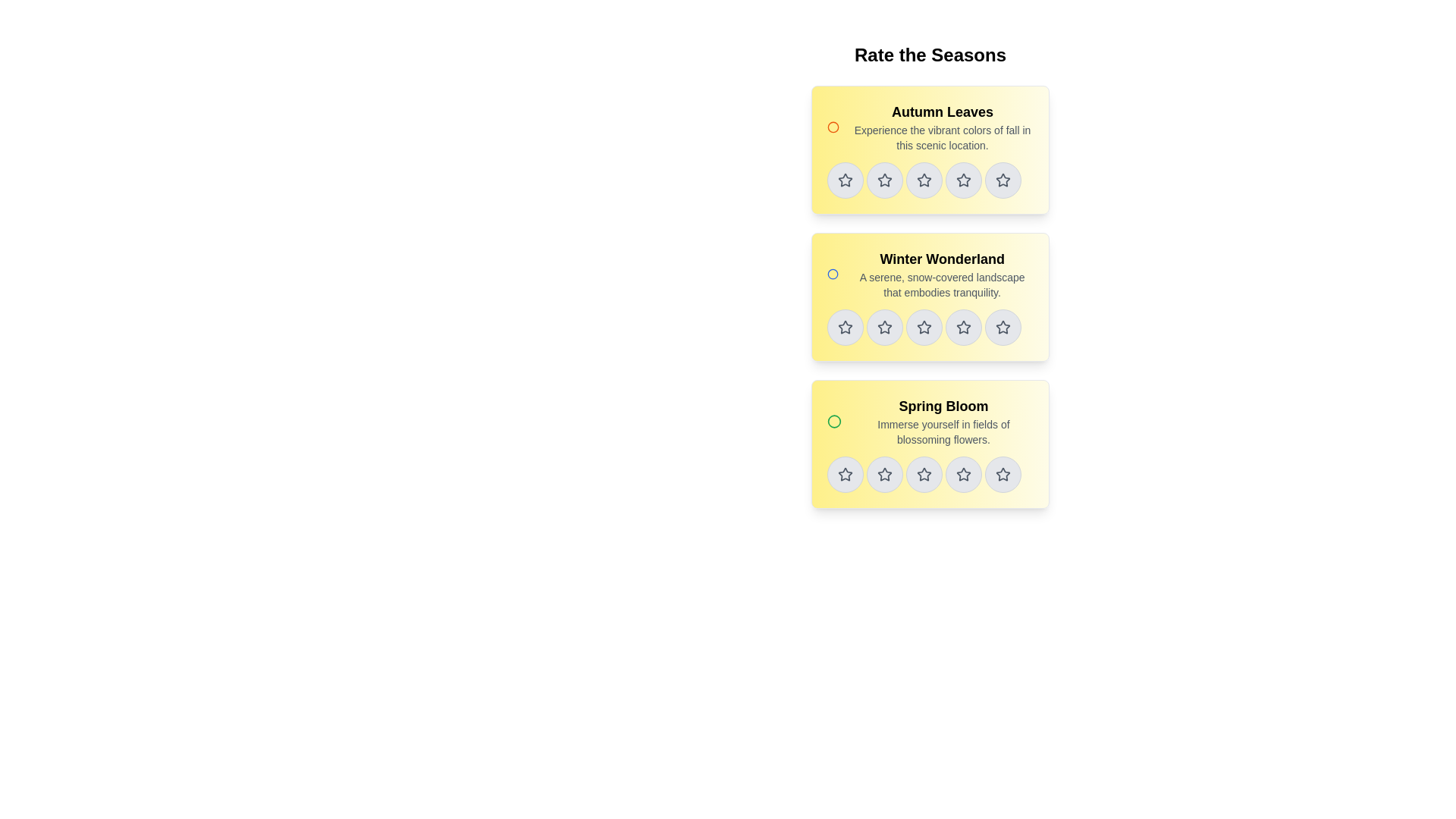 This screenshot has height=819, width=1456. I want to click on properties of the inner Circle SVG element located at the center of the 'Spring Bloom' card, so click(833, 421).